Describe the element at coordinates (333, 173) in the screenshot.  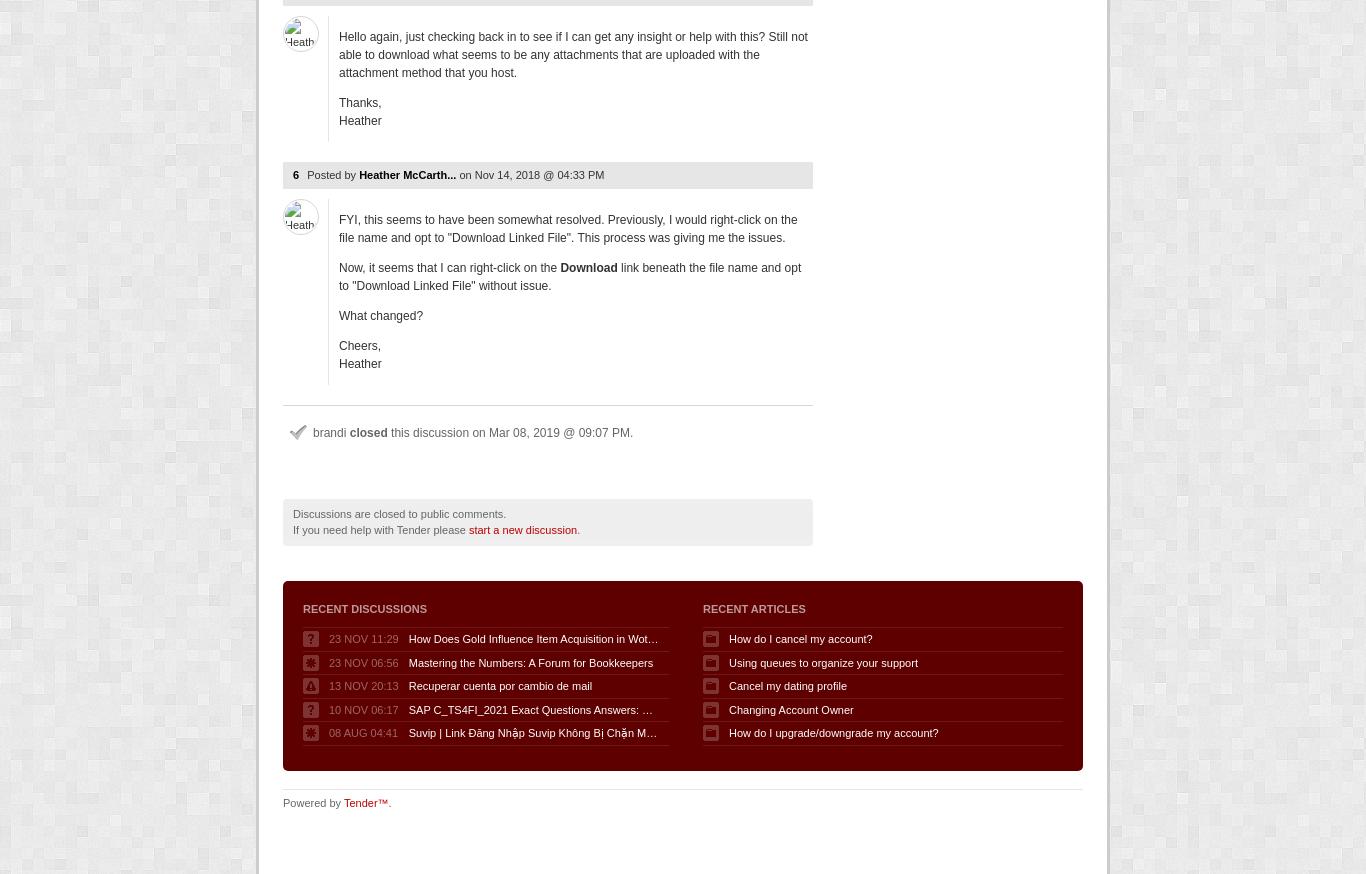
I see `'Posted by'` at that location.